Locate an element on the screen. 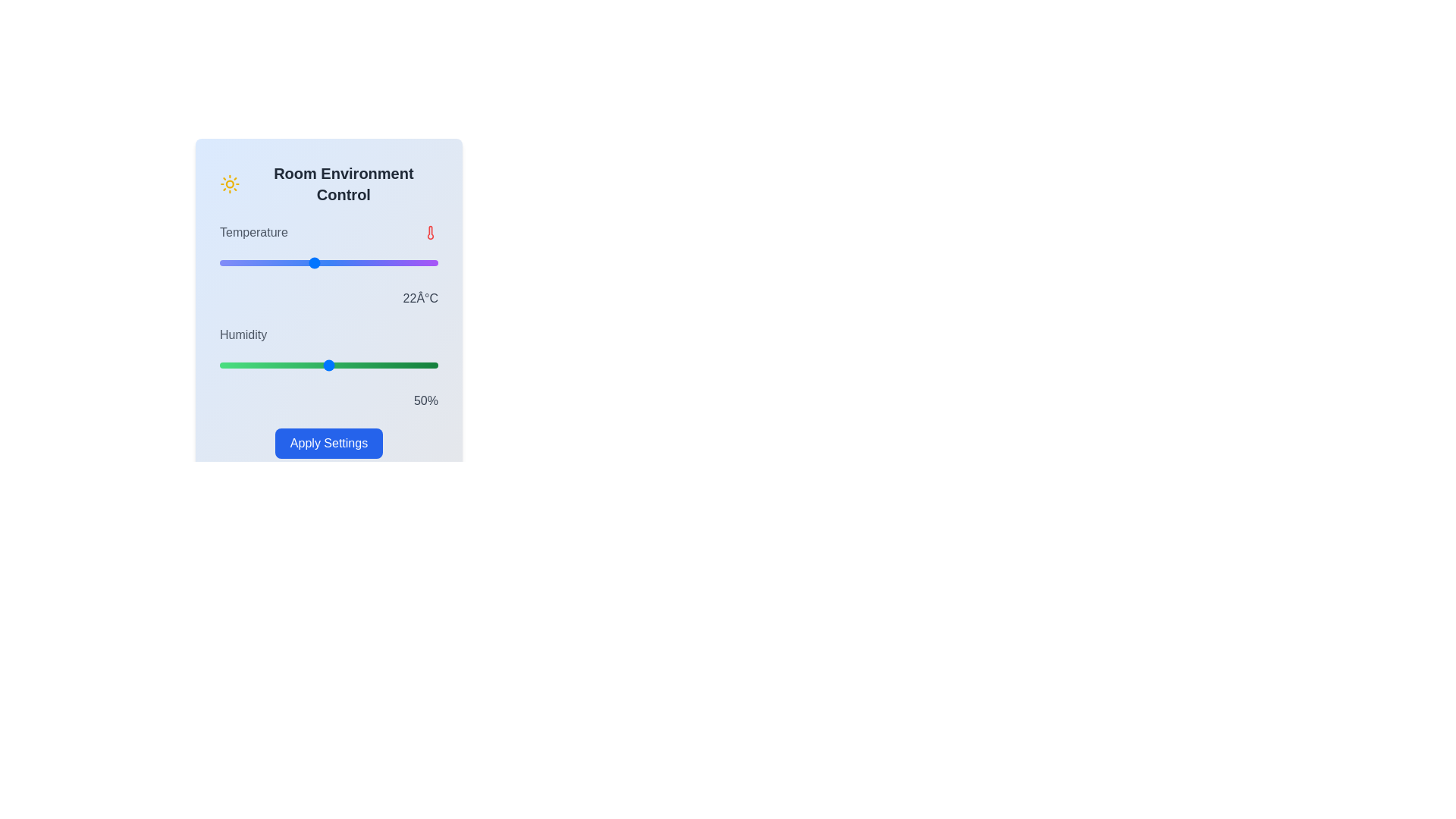  the temperature slider to set the temperature to 22°C is located at coordinates (312, 262).